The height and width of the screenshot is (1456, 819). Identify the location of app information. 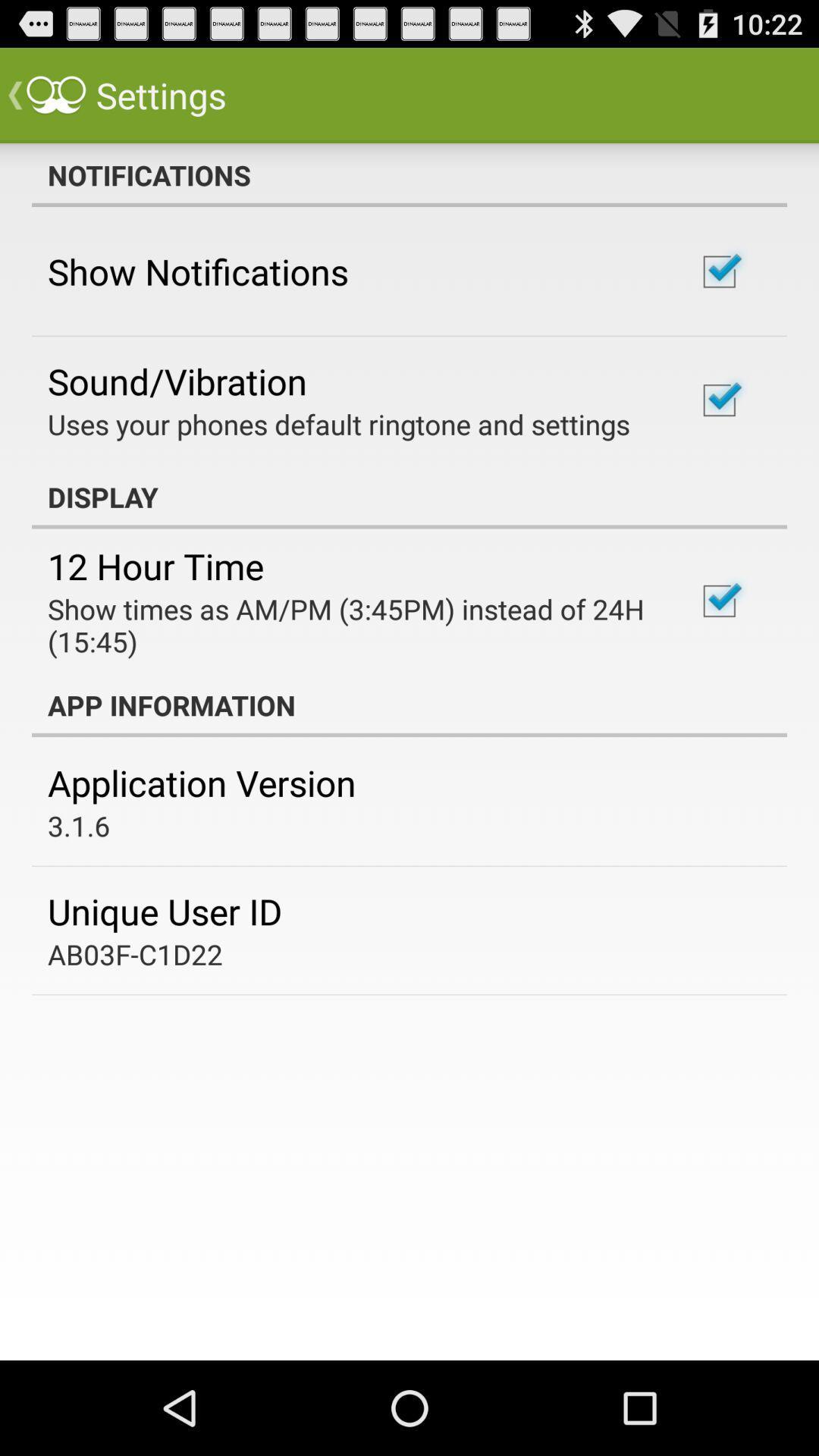
(409, 704).